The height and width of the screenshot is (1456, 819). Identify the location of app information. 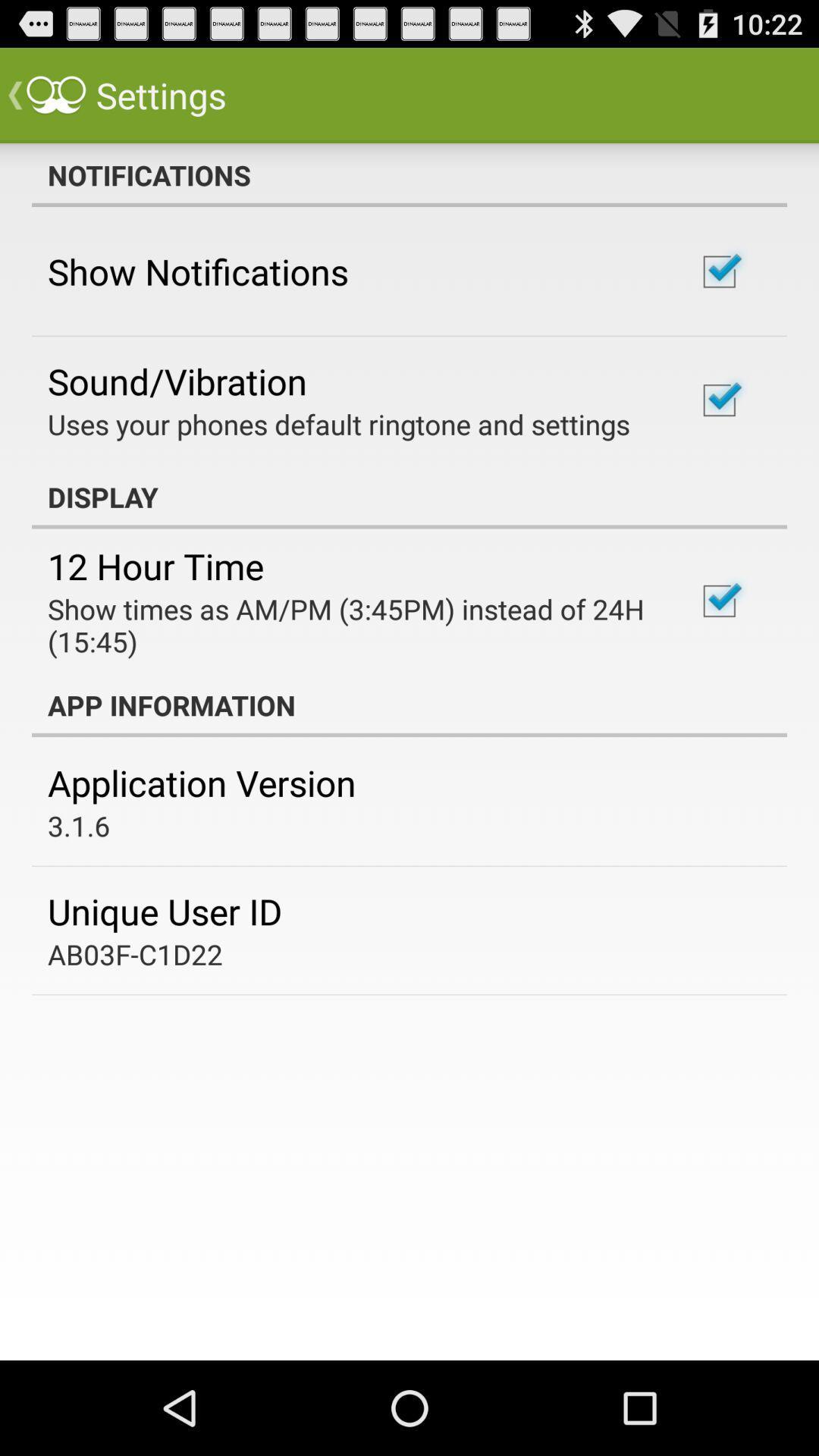
(409, 704).